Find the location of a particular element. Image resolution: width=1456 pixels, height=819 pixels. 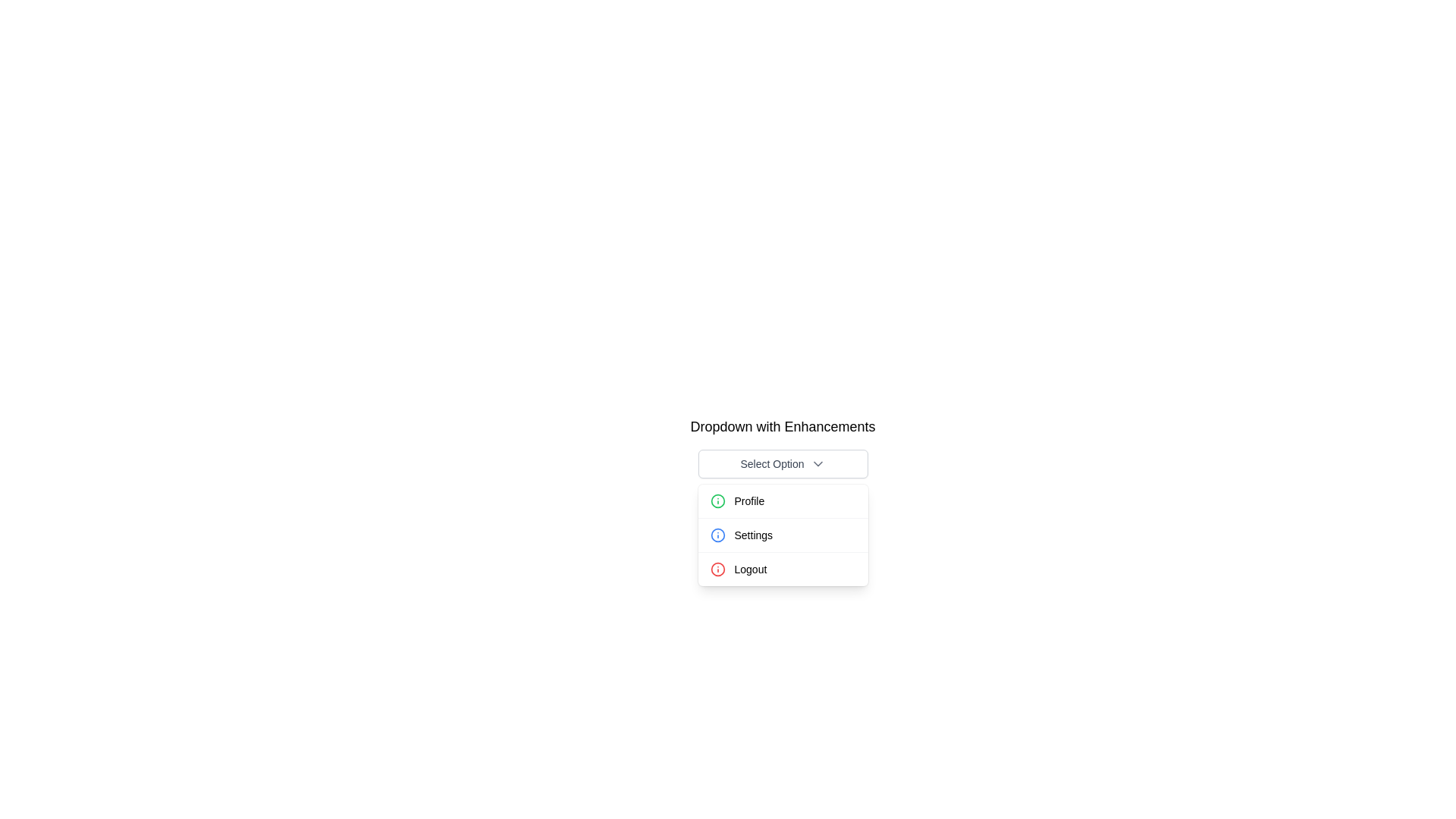

the 'Profile' text label within the dropdown menu under 'Select Option' is located at coordinates (749, 500).